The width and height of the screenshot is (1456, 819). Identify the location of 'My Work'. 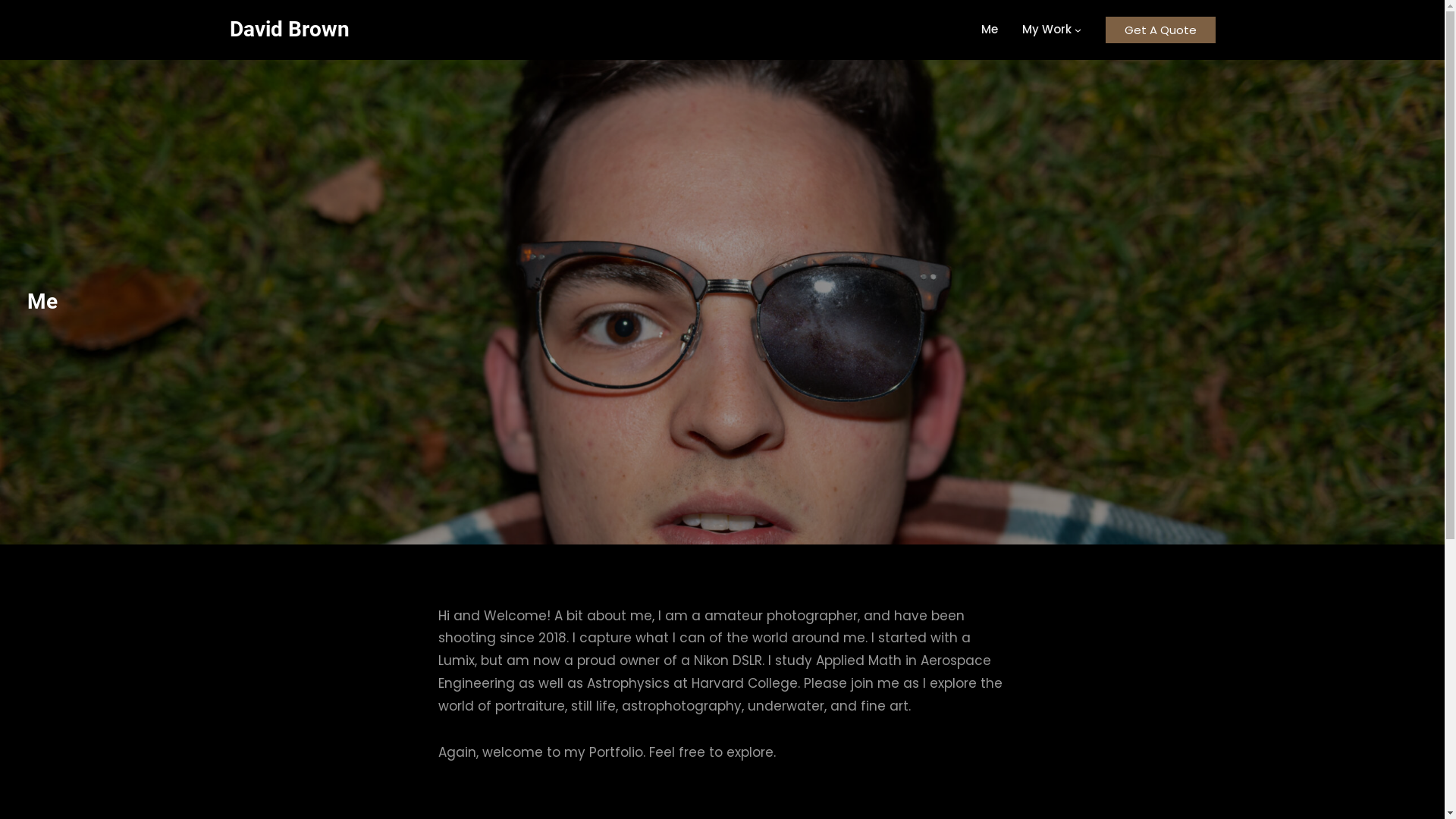
(1046, 29).